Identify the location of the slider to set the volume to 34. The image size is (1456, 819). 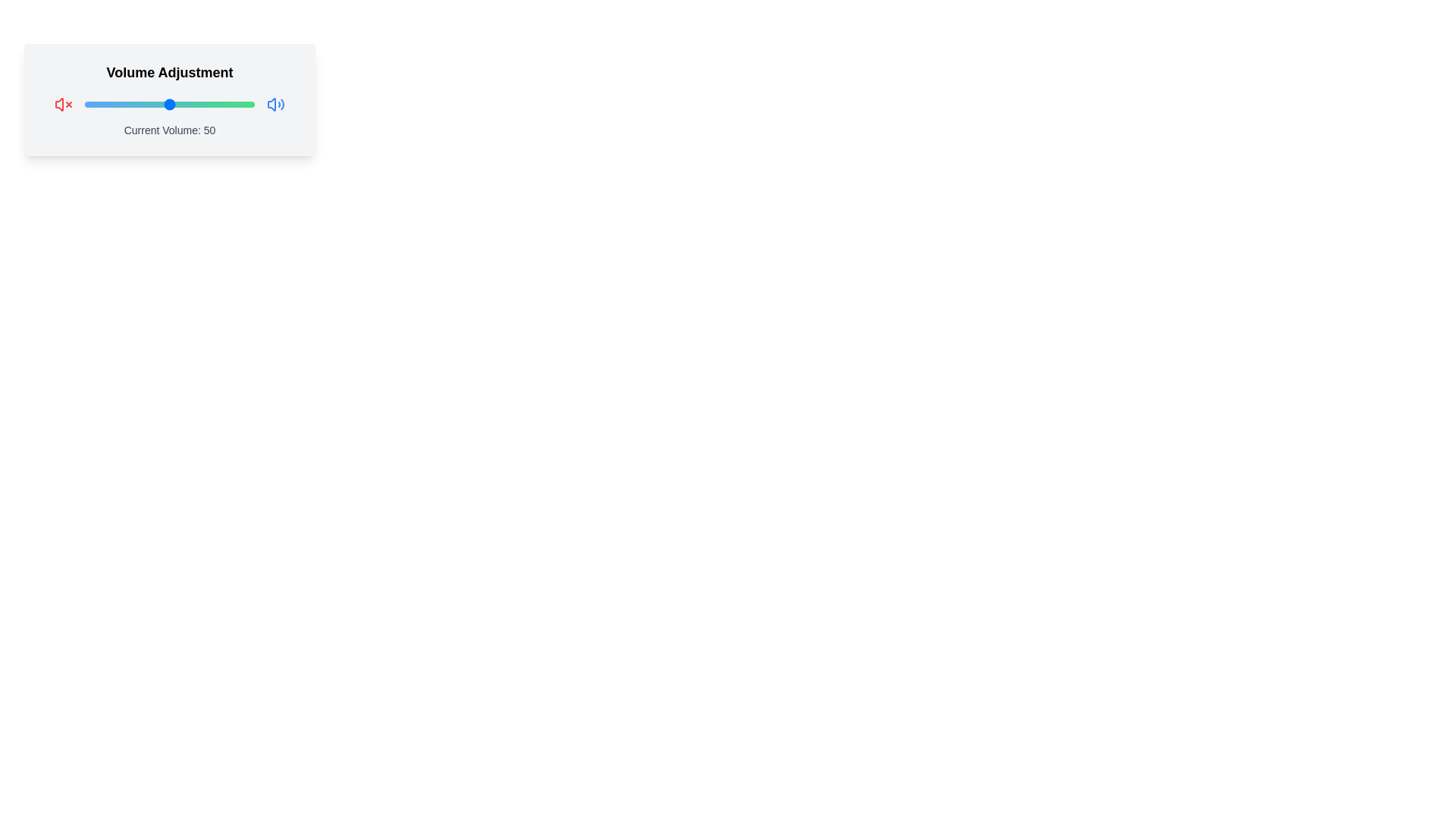
(143, 104).